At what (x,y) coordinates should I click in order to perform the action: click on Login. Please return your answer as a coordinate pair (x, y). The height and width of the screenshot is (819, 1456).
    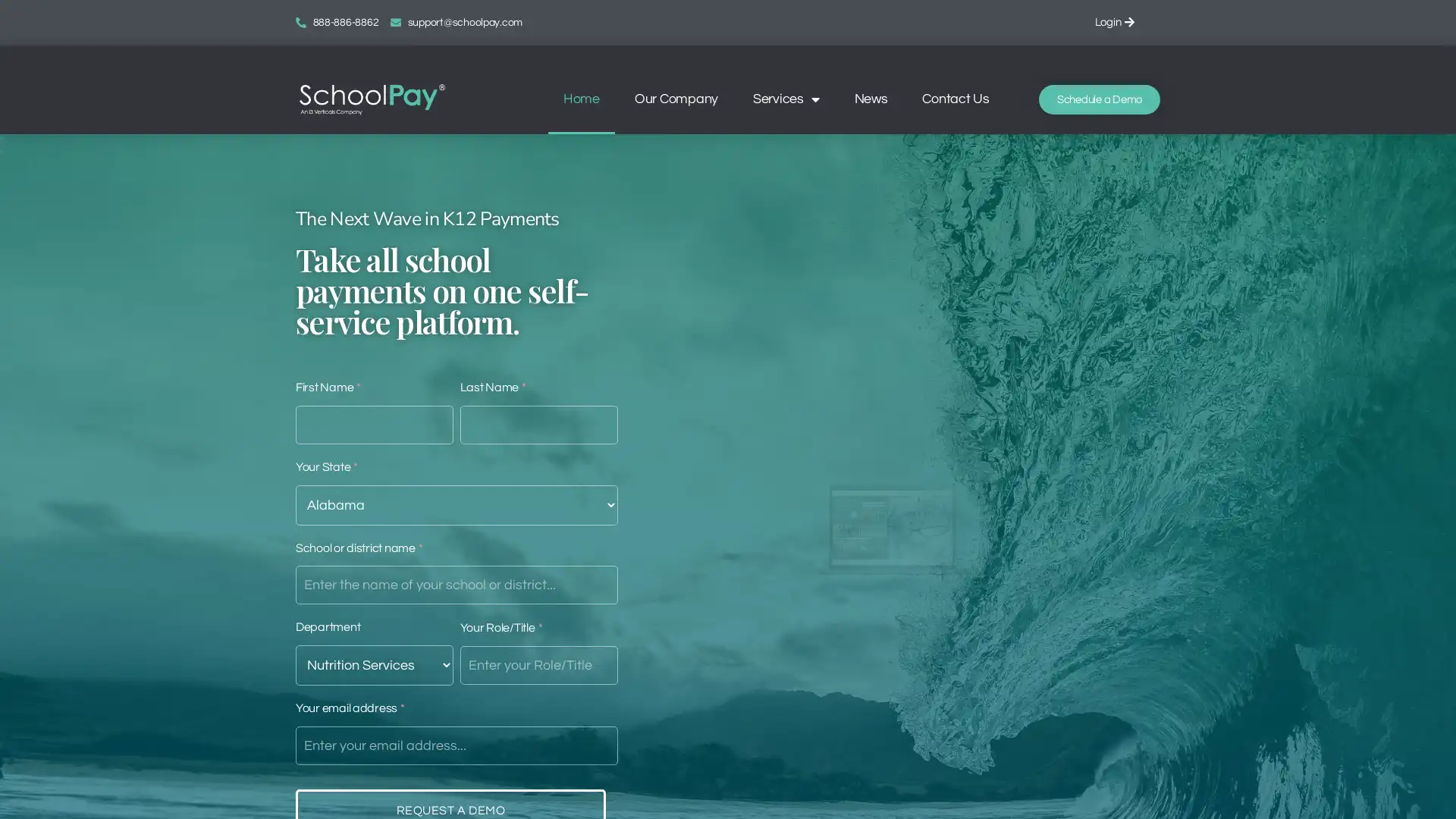
    Looking at the image, I should click on (1114, 23).